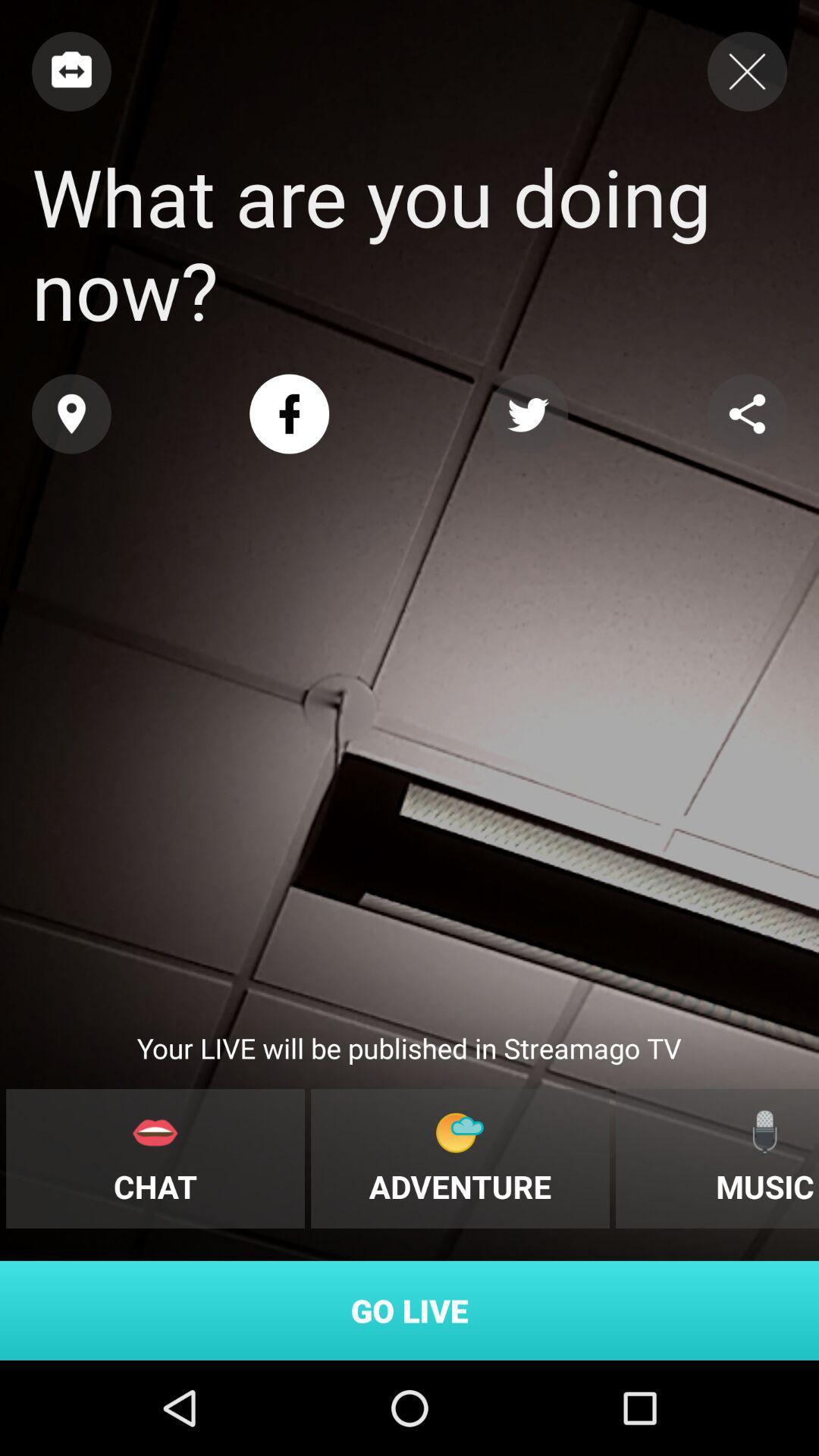 This screenshot has height=1456, width=819. What do you see at coordinates (527, 414) in the screenshot?
I see `share with twitter` at bounding box center [527, 414].